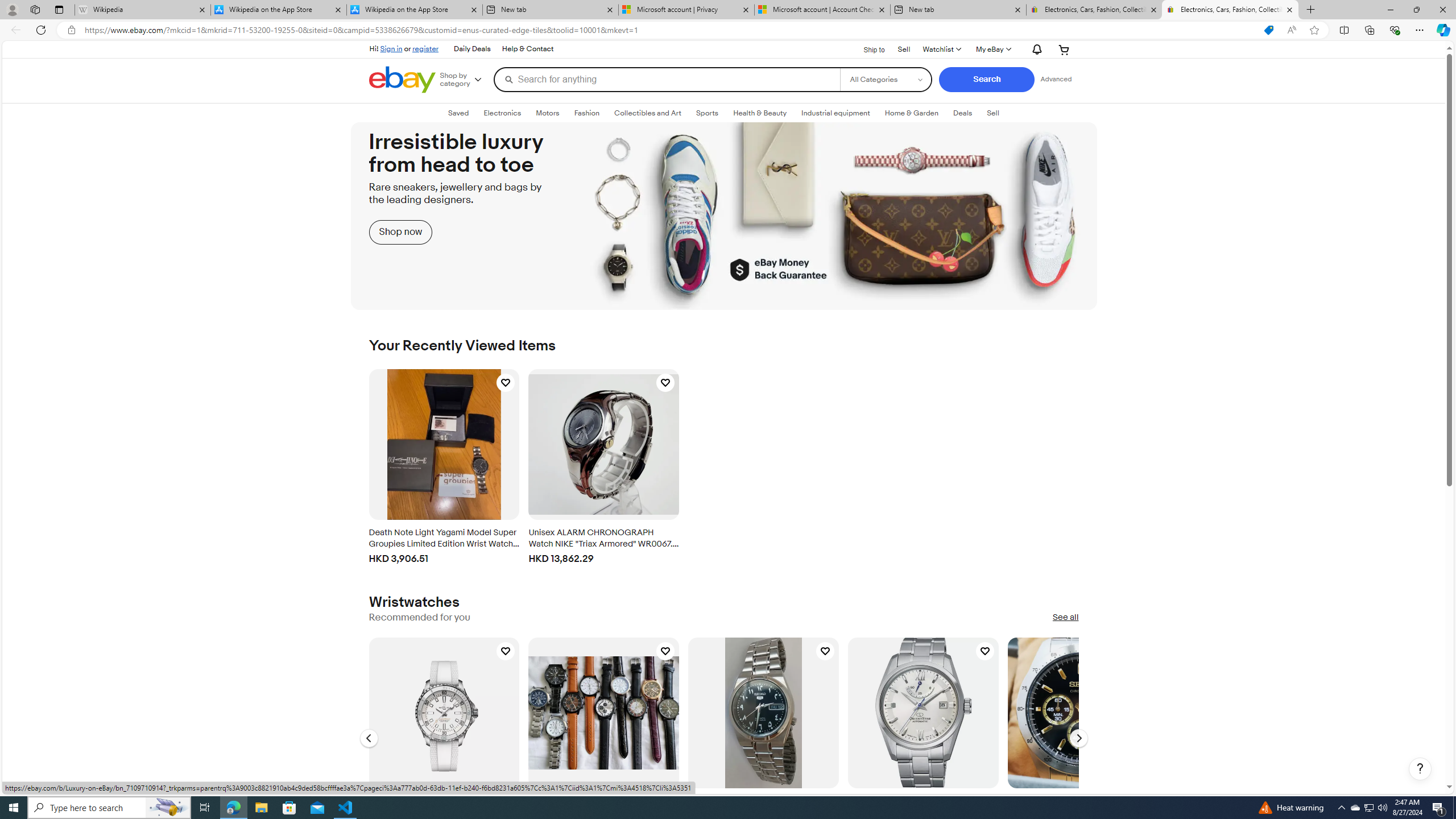 Image resolution: width=1456 pixels, height=819 pixels. I want to click on 'Ship to', so click(867, 49).